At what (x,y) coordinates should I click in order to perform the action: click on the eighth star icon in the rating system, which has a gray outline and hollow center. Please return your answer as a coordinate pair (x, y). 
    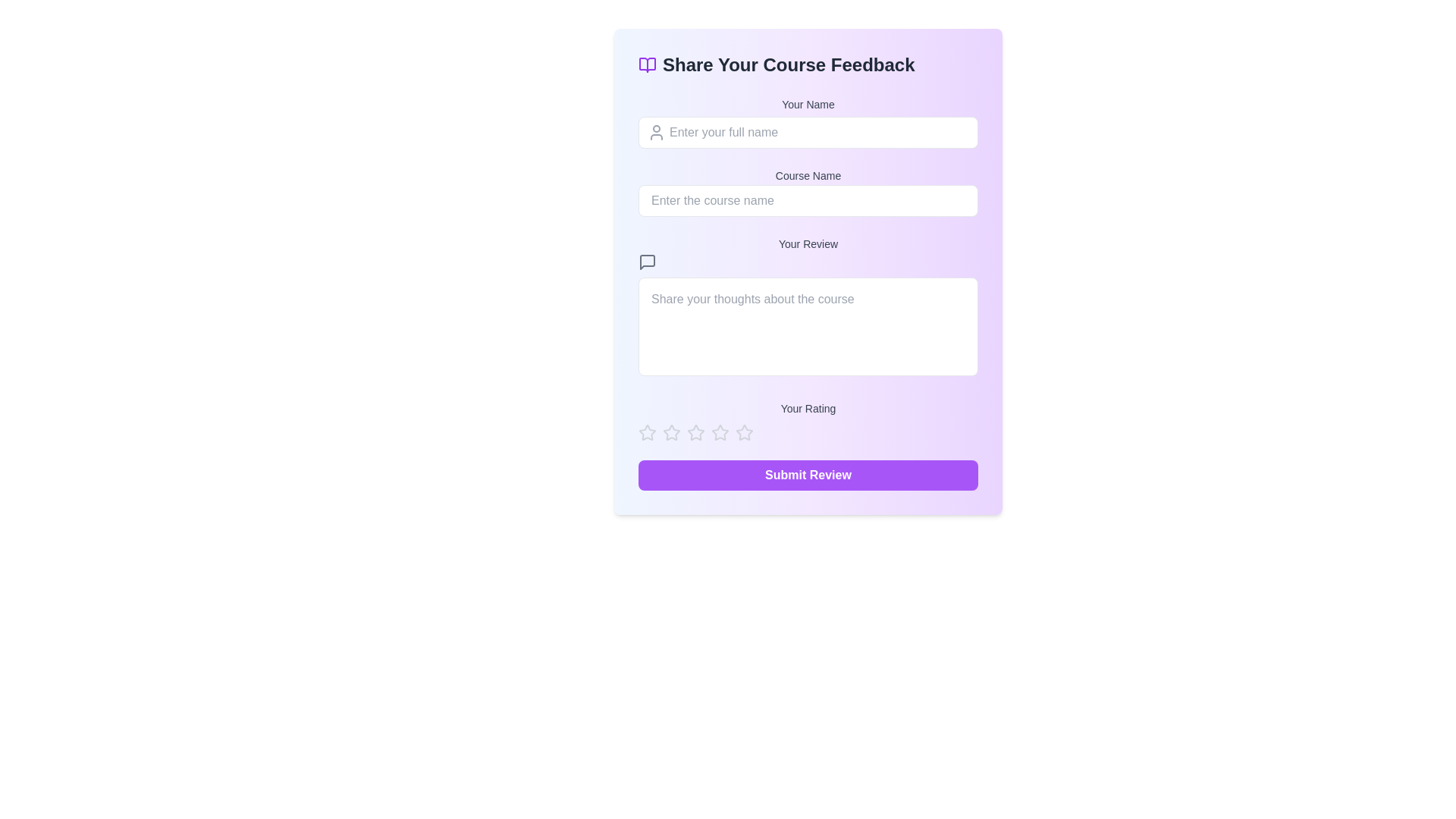
    Looking at the image, I should click on (745, 432).